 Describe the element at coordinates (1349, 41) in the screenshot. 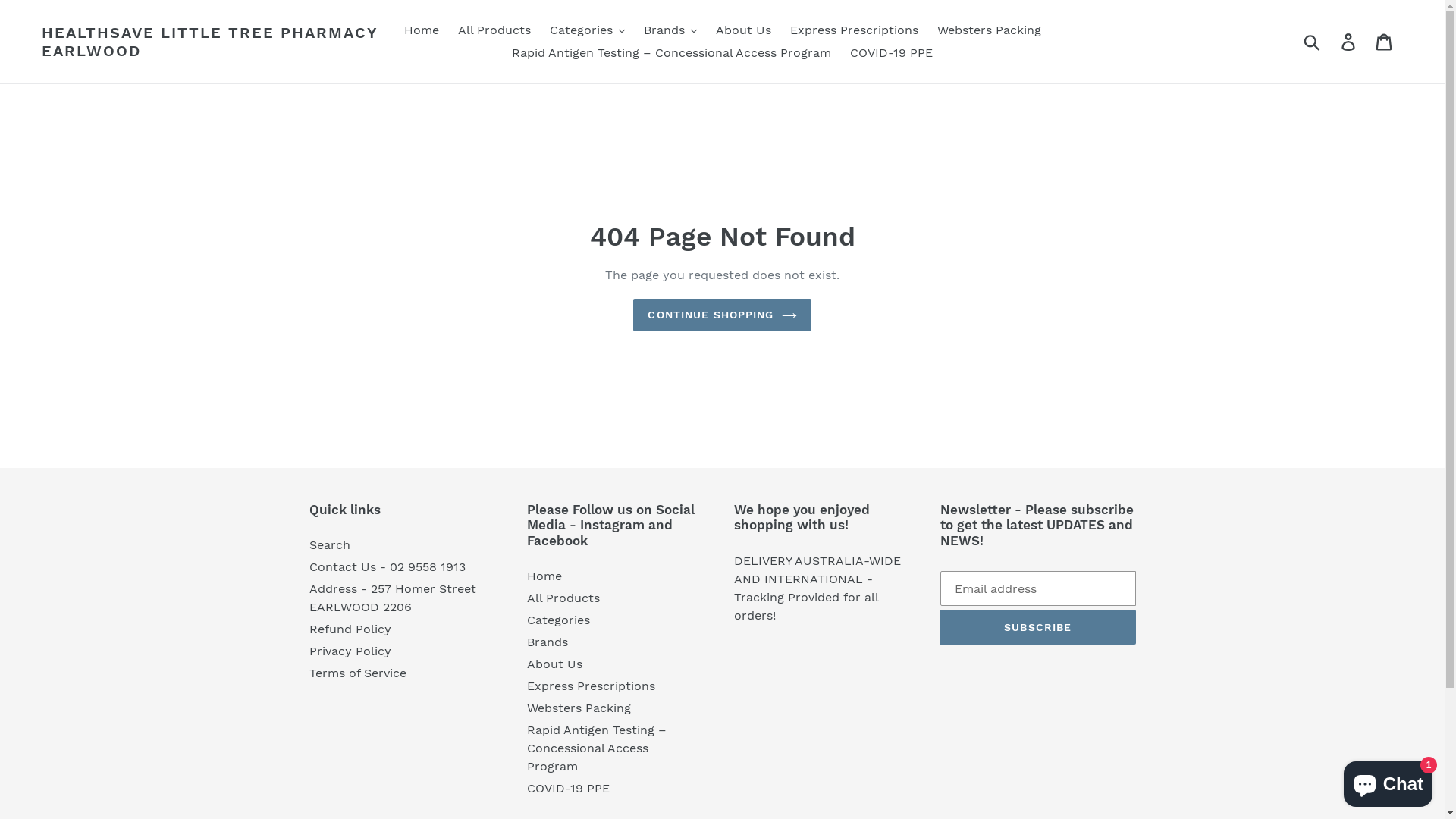

I see `'Log in'` at that location.